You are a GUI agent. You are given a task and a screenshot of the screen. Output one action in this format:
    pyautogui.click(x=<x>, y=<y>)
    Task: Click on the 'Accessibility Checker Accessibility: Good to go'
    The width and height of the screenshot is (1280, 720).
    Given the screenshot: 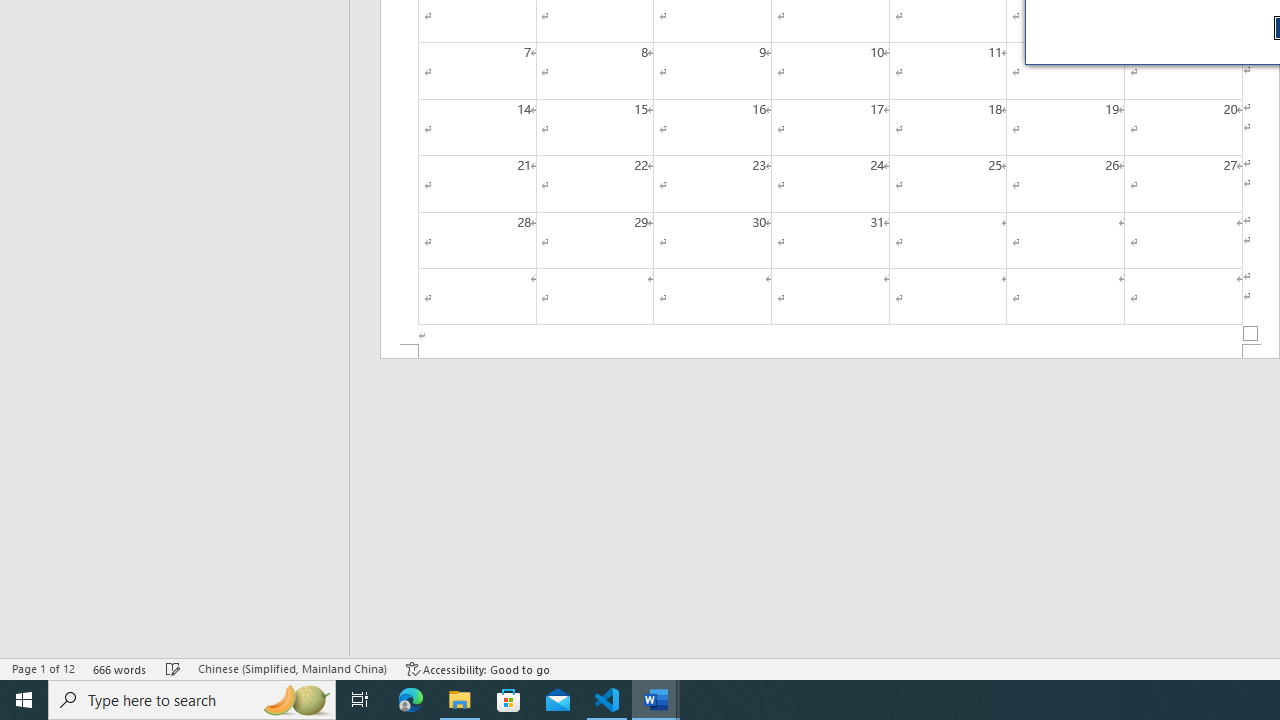 What is the action you would take?
    pyautogui.click(x=477, y=669)
    